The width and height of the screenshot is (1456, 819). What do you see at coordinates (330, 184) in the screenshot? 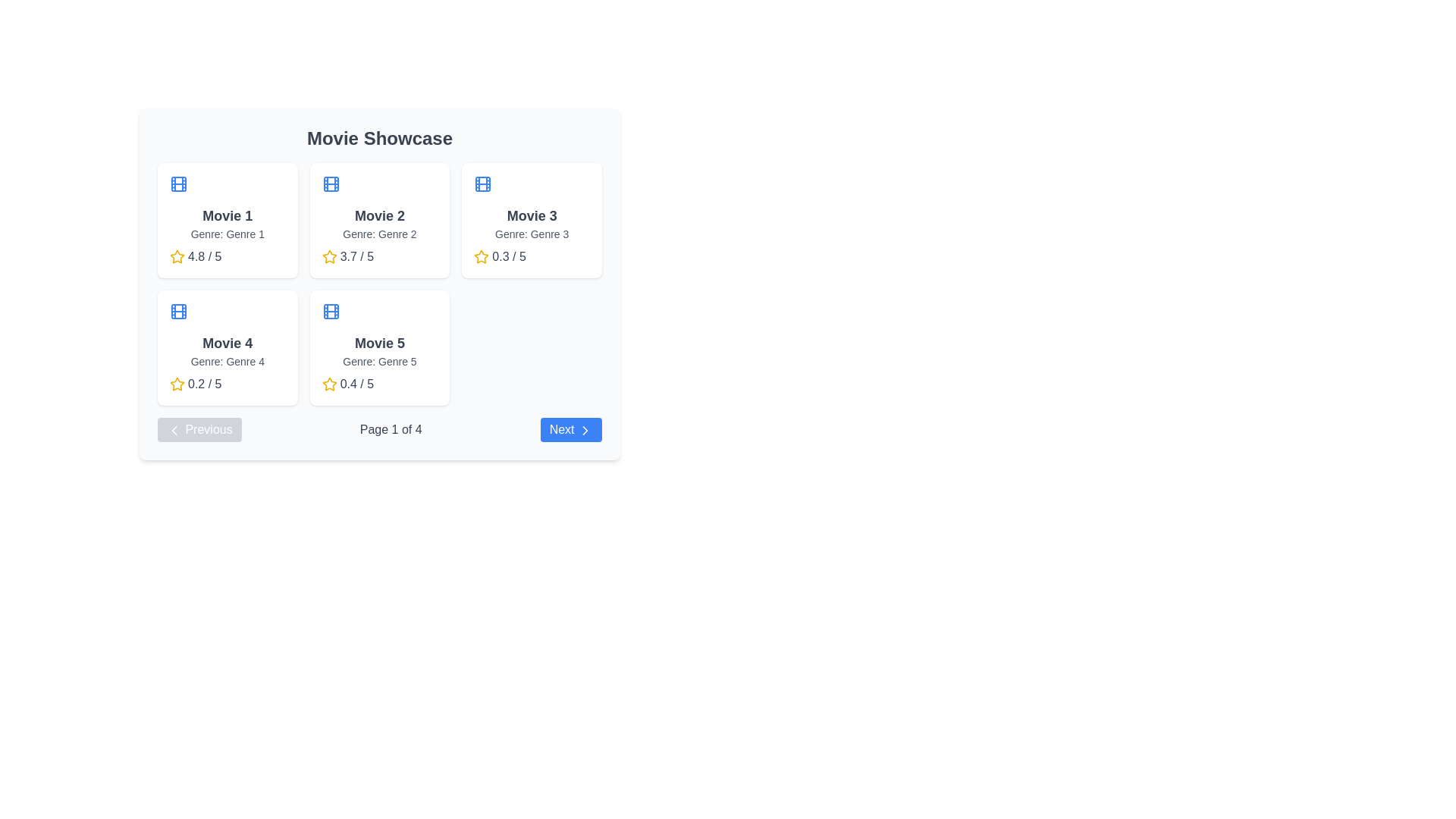
I see `the graphical rectangle element that is part of the movie icon for 'Movie 2', located in the top-left corner of the card` at bounding box center [330, 184].